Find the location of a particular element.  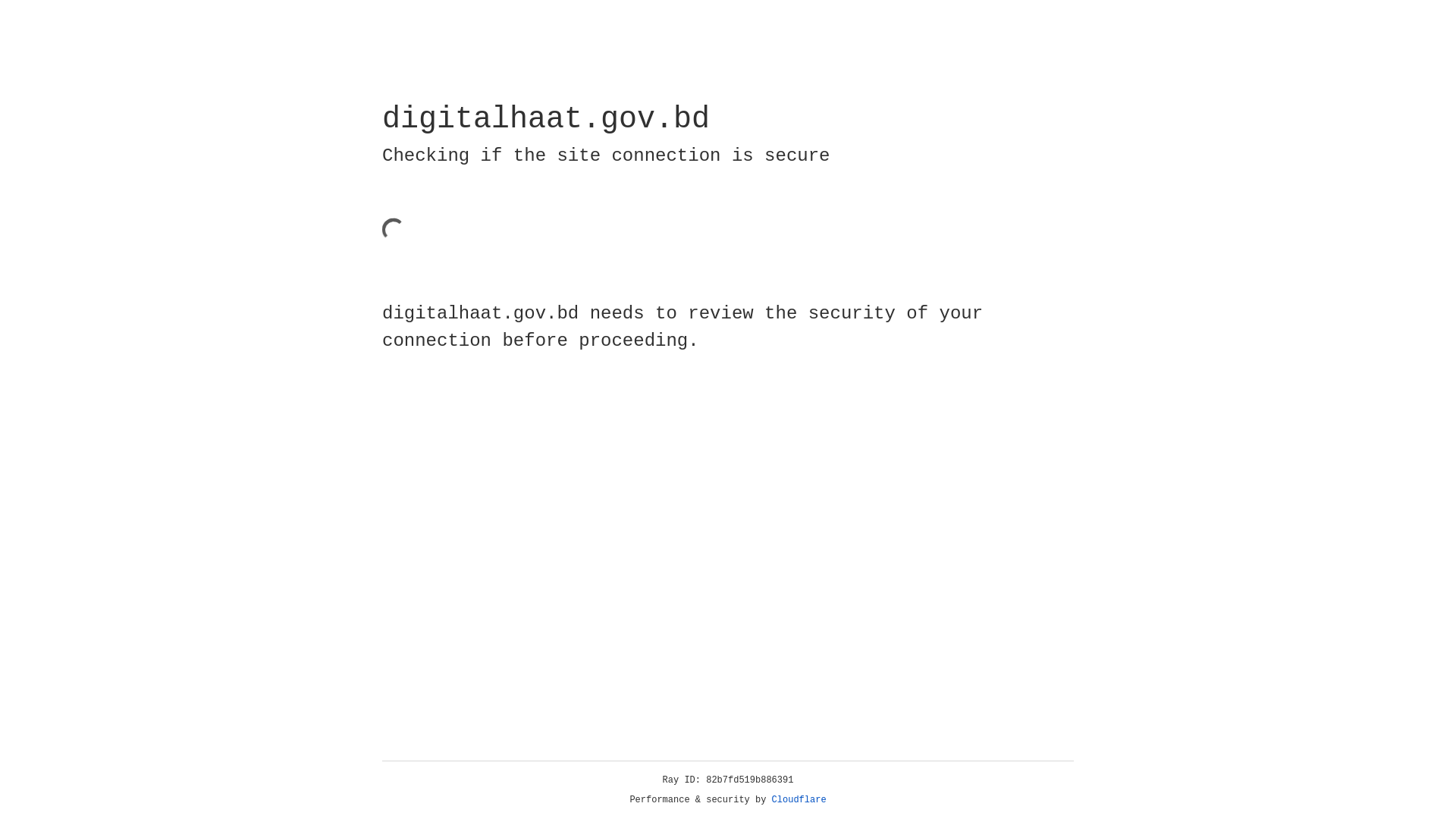

'Cloudflare' is located at coordinates (799, 799).